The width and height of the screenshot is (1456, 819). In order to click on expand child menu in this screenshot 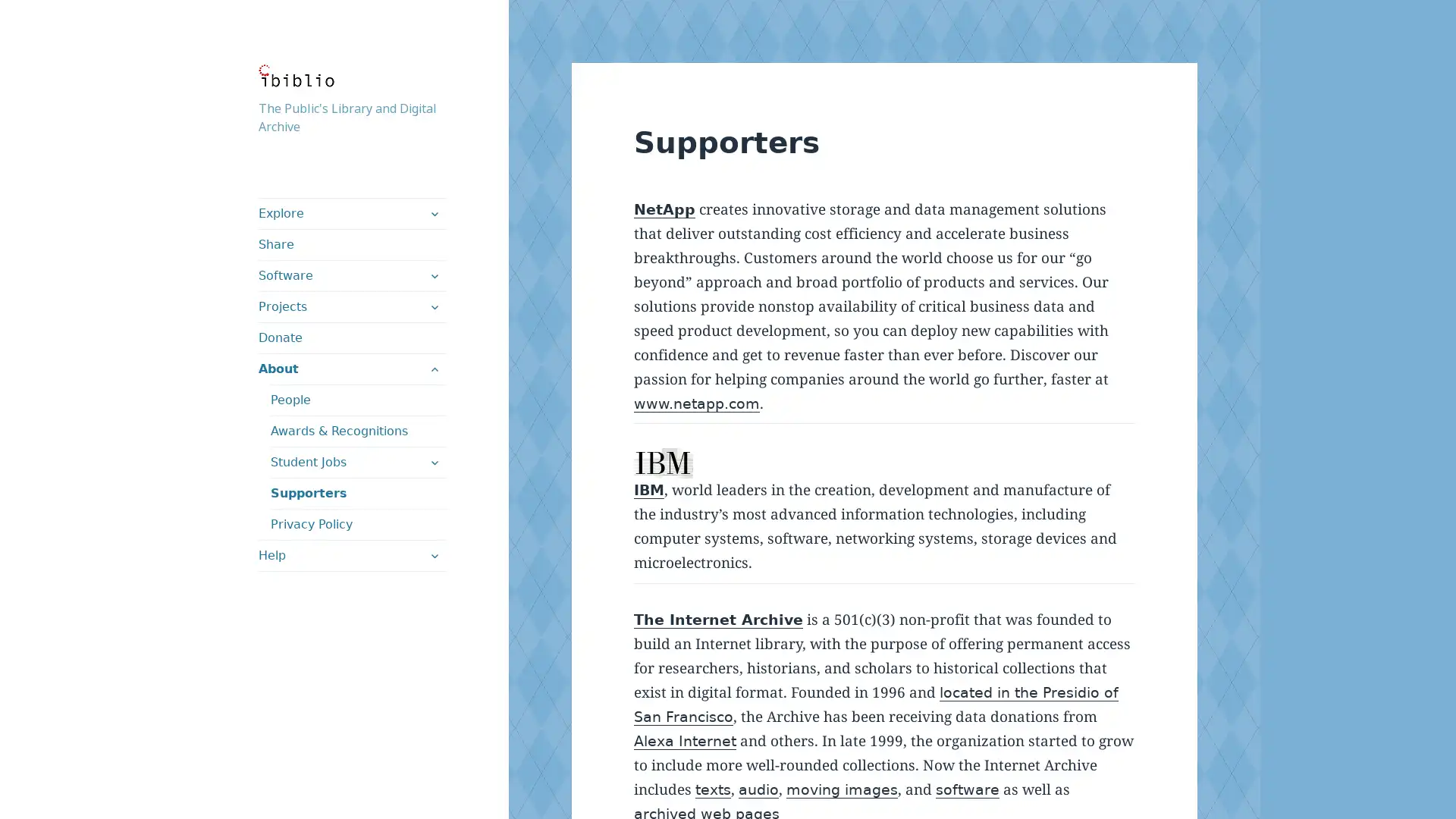, I will do `click(432, 461)`.